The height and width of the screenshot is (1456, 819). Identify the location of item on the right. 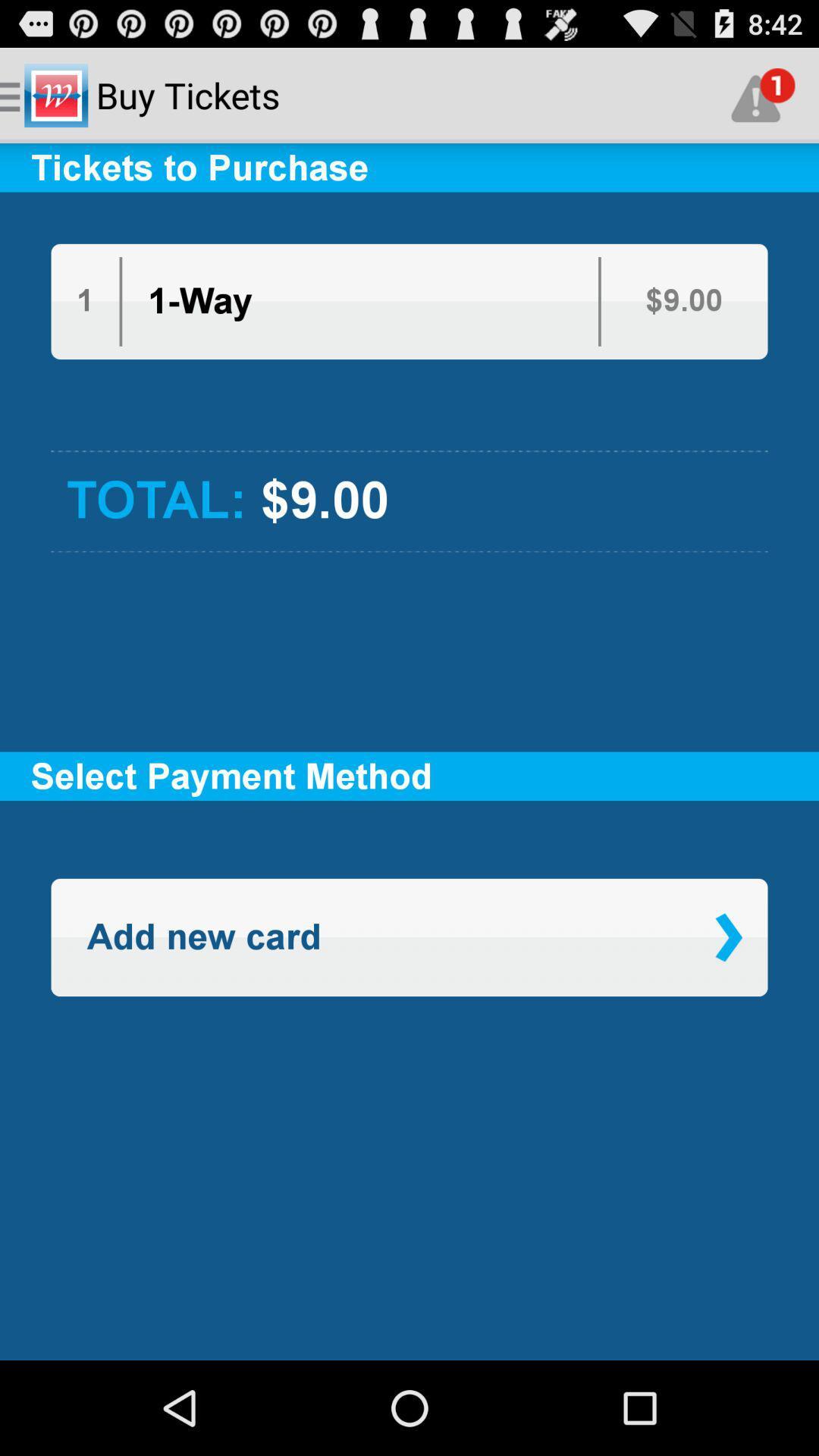
(728, 937).